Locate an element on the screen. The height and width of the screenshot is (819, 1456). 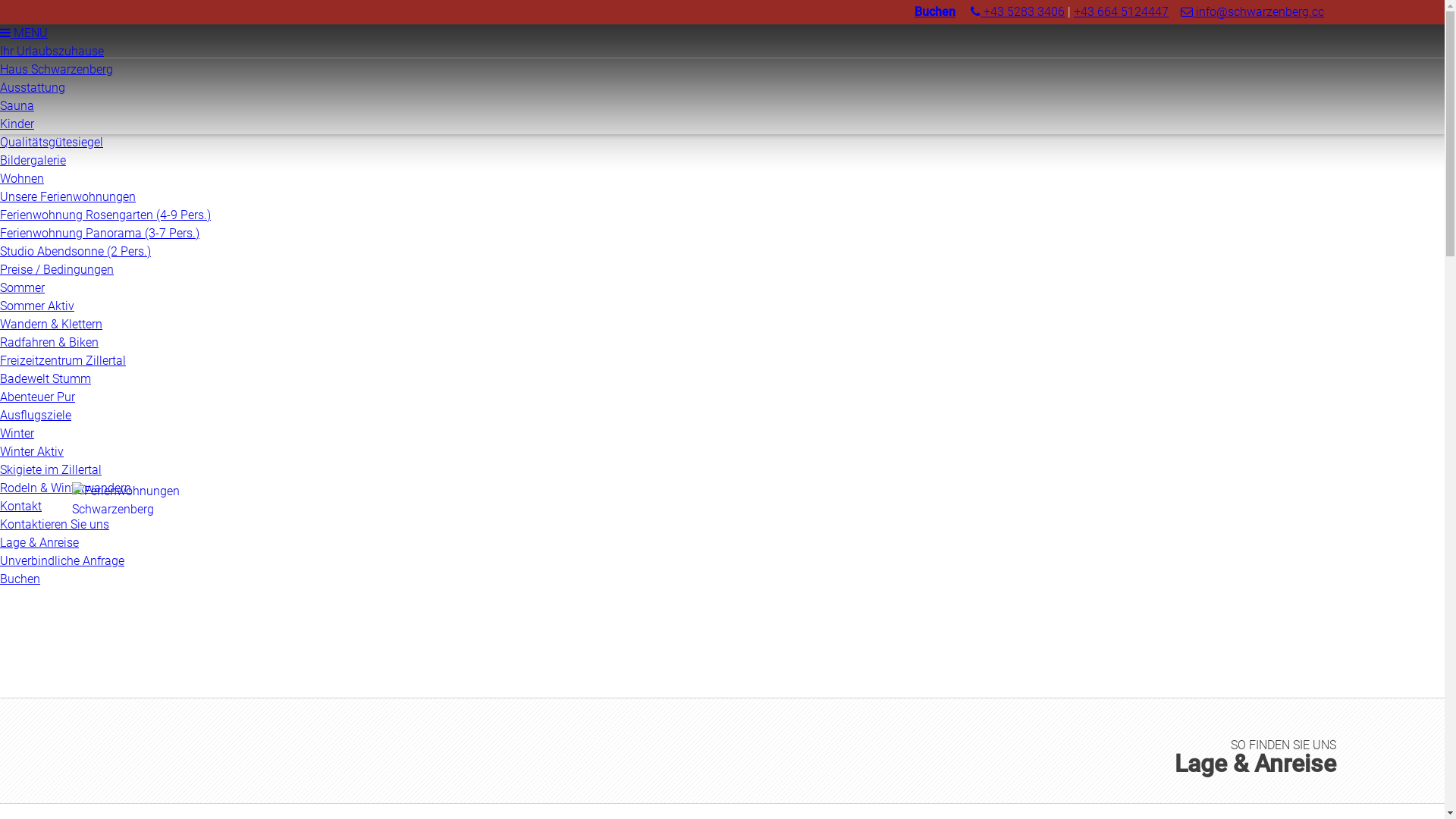
'Ausstattung' is located at coordinates (33, 87).